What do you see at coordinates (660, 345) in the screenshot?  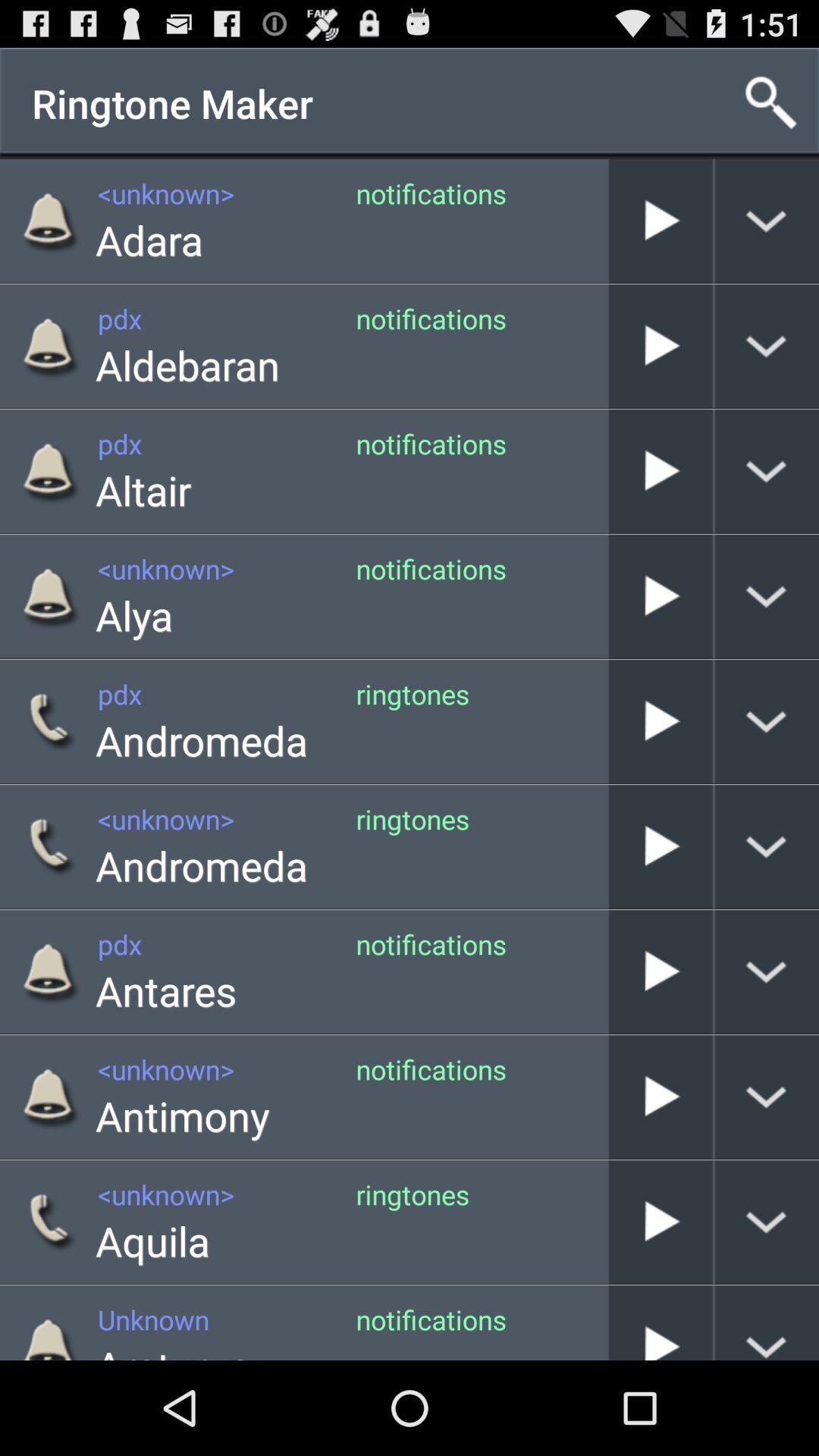 I see `second pause button from top` at bounding box center [660, 345].